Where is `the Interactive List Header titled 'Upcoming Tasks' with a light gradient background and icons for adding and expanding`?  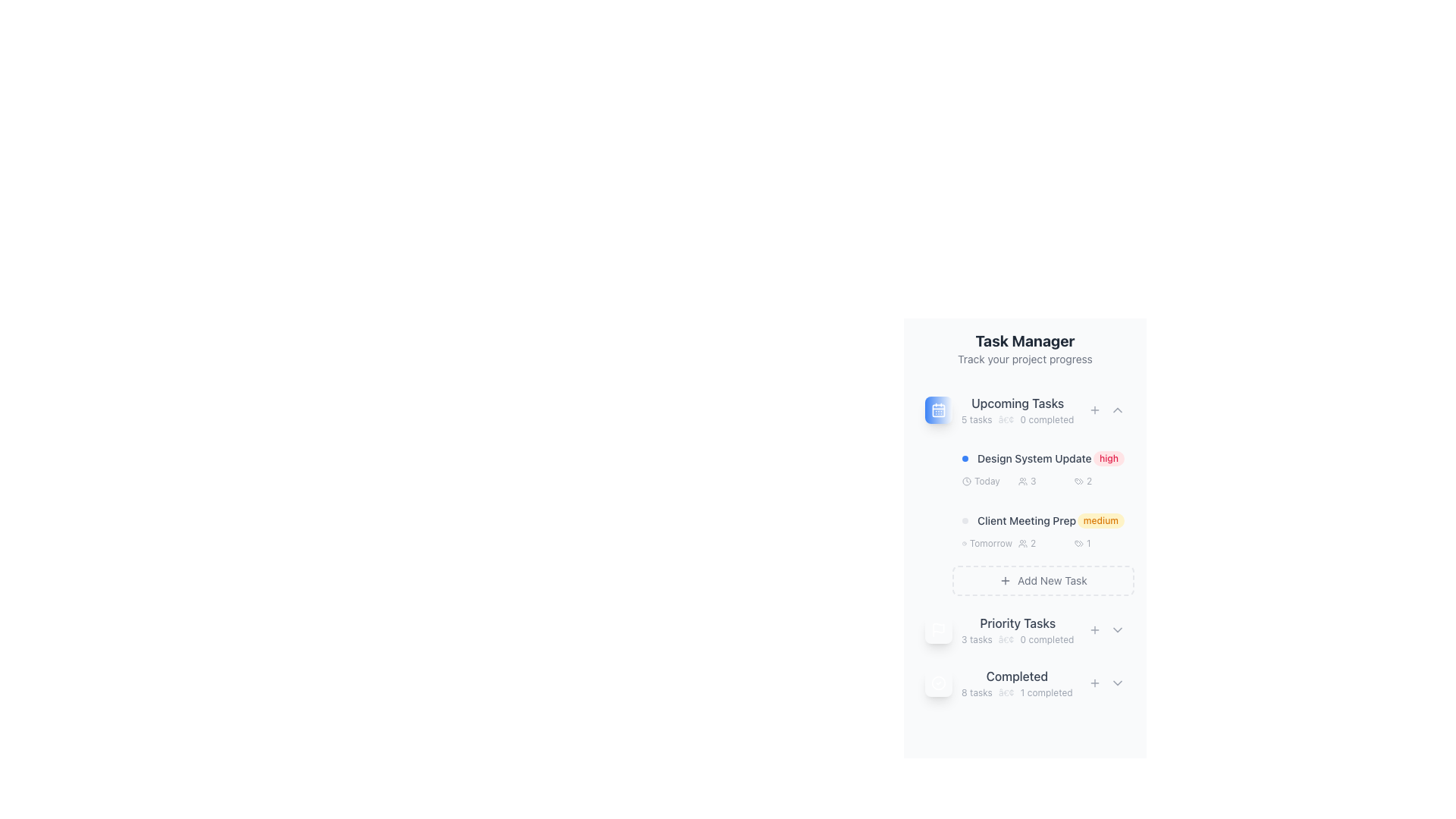
the Interactive List Header titled 'Upcoming Tasks' with a light gradient background and icons for adding and expanding is located at coordinates (1025, 409).